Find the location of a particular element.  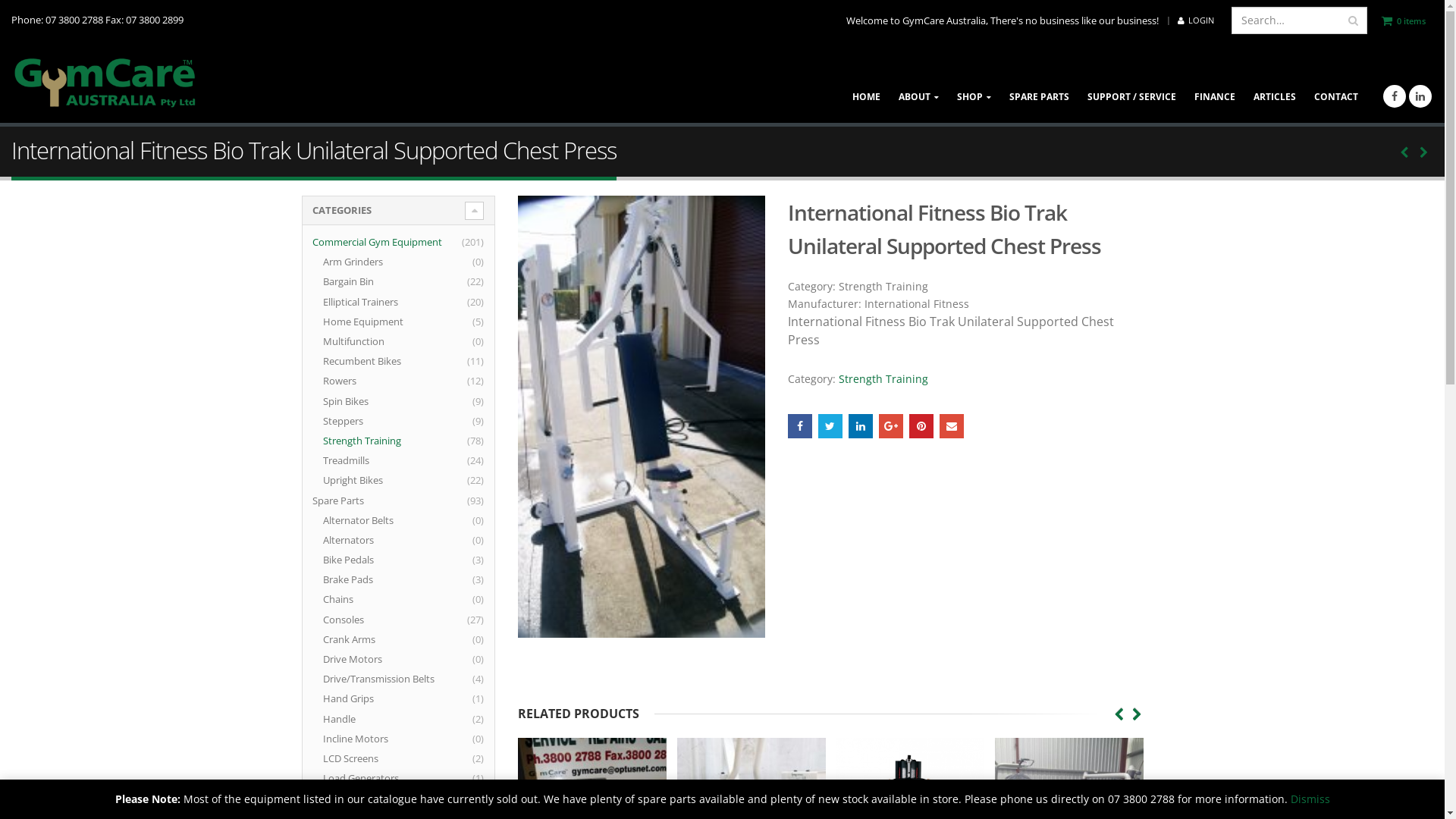

'CONTACT' is located at coordinates (1335, 82).